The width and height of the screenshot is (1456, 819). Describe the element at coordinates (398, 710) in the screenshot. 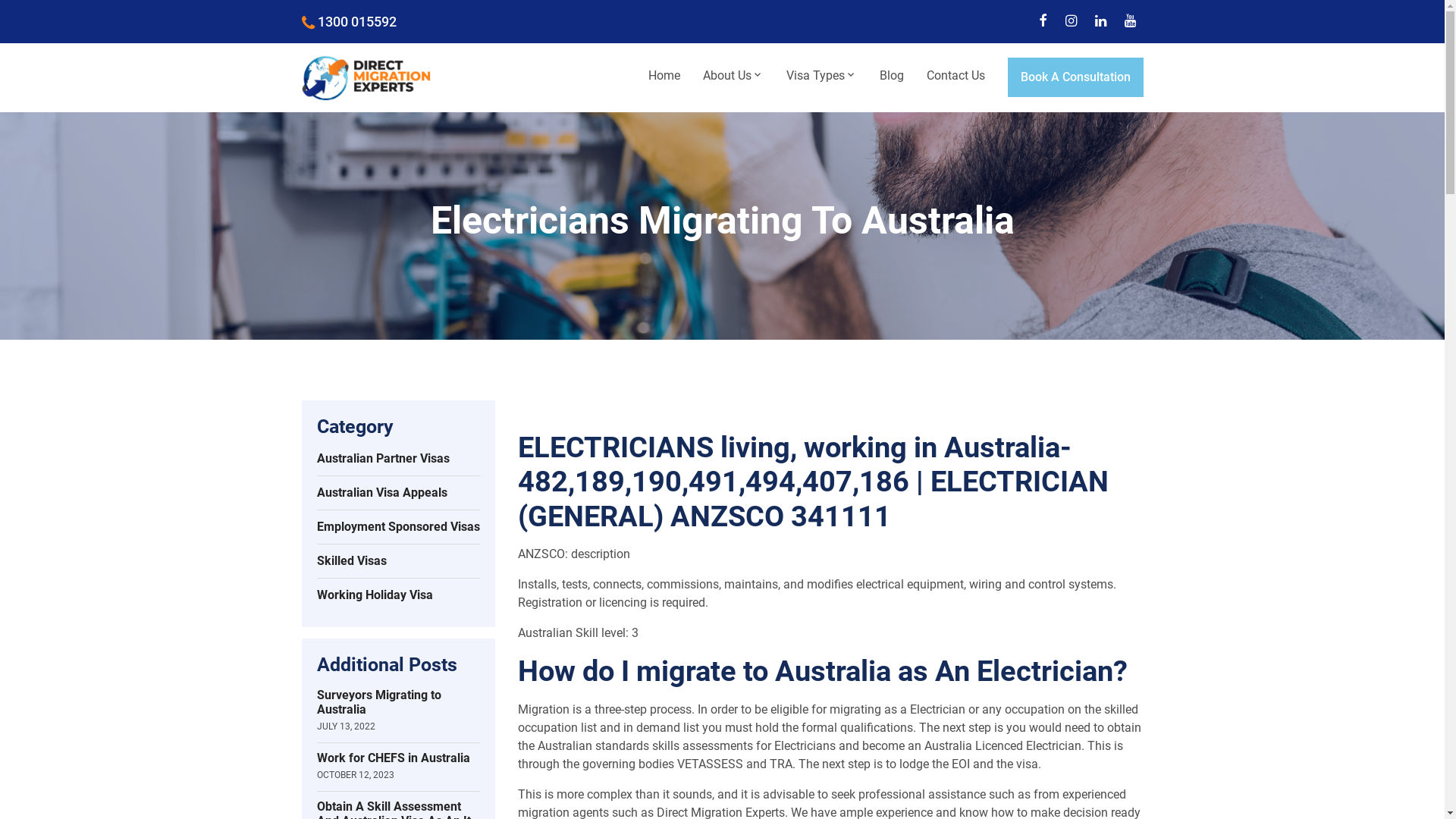

I see `'Surveyors Migrating to Australia` at that location.